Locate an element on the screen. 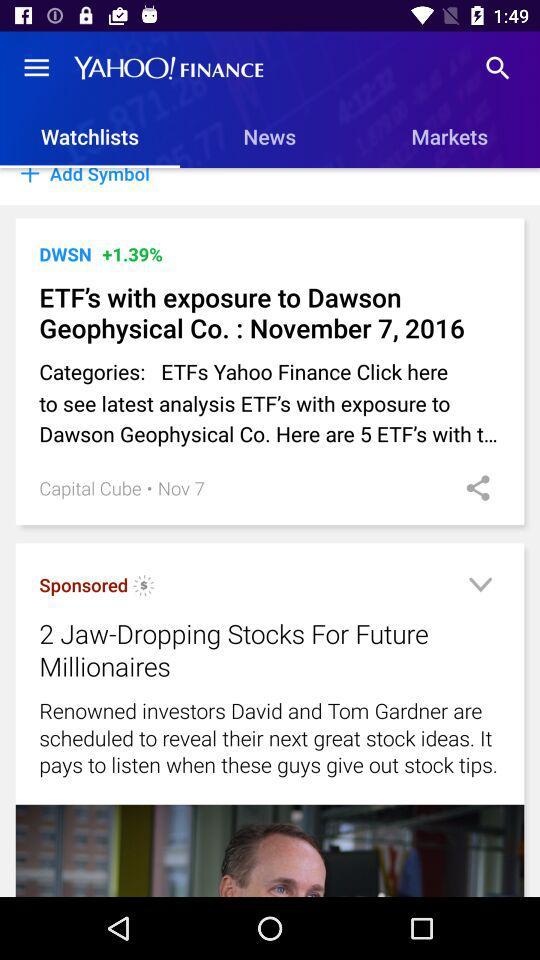  icon next to the +1.39% icon is located at coordinates (65, 253).